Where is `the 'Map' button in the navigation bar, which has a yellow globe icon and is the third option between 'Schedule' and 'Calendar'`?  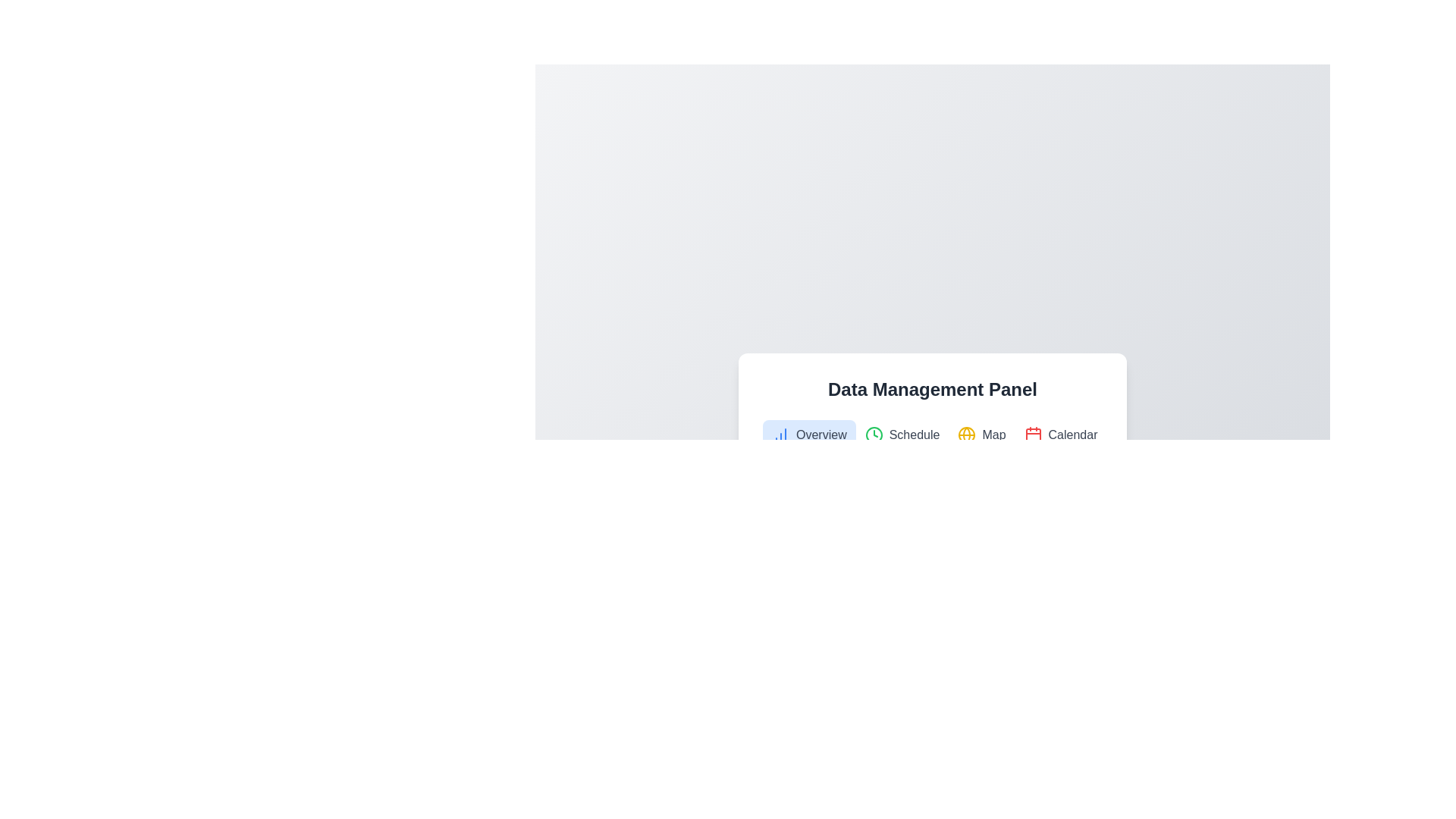
the 'Map' button in the navigation bar, which has a yellow globe icon and is the third option between 'Schedule' and 'Calendar' is located at coordinates (982, 435).